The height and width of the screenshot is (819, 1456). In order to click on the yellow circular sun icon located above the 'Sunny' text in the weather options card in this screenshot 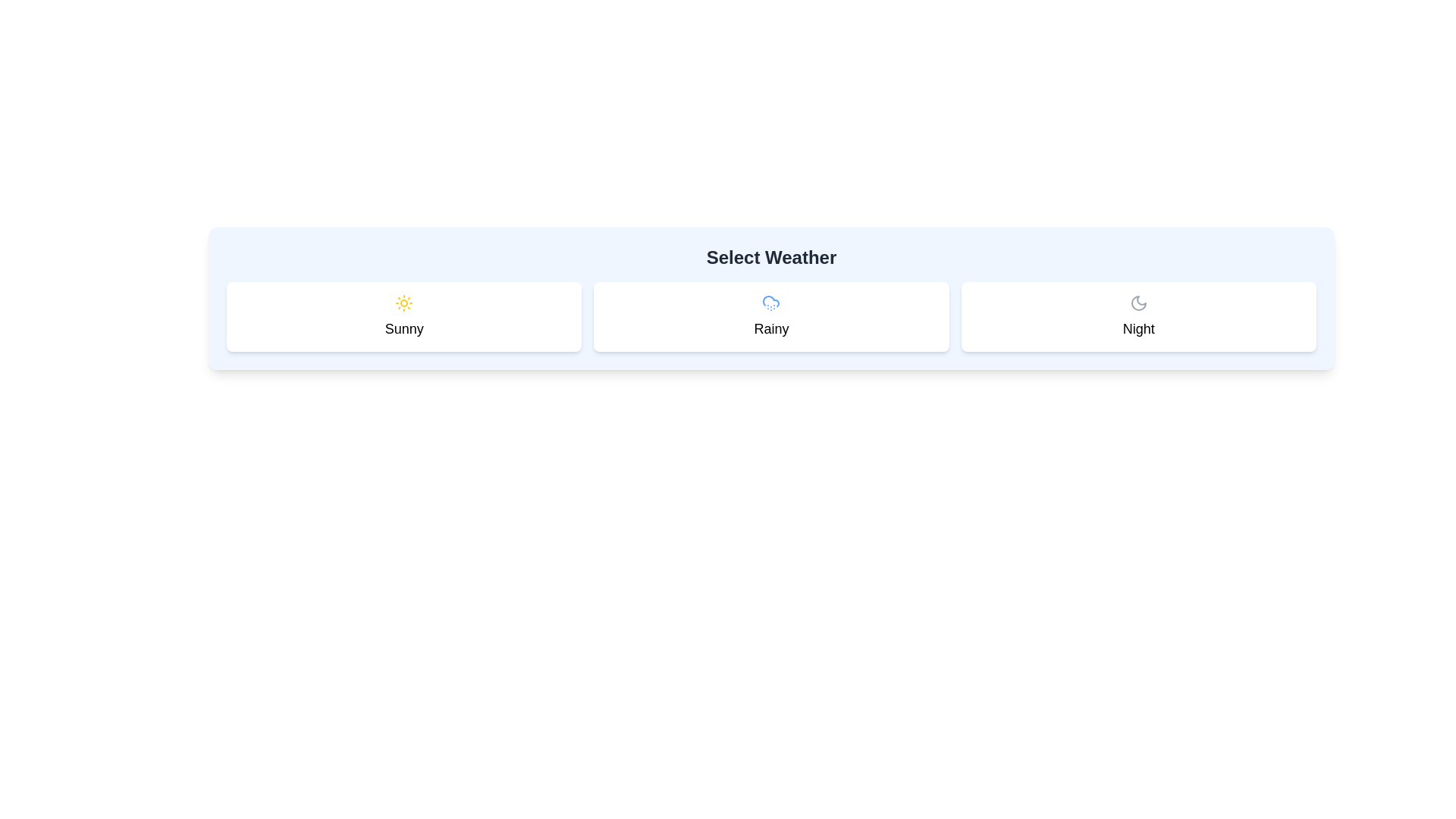, I will do `click(404, 303)`.